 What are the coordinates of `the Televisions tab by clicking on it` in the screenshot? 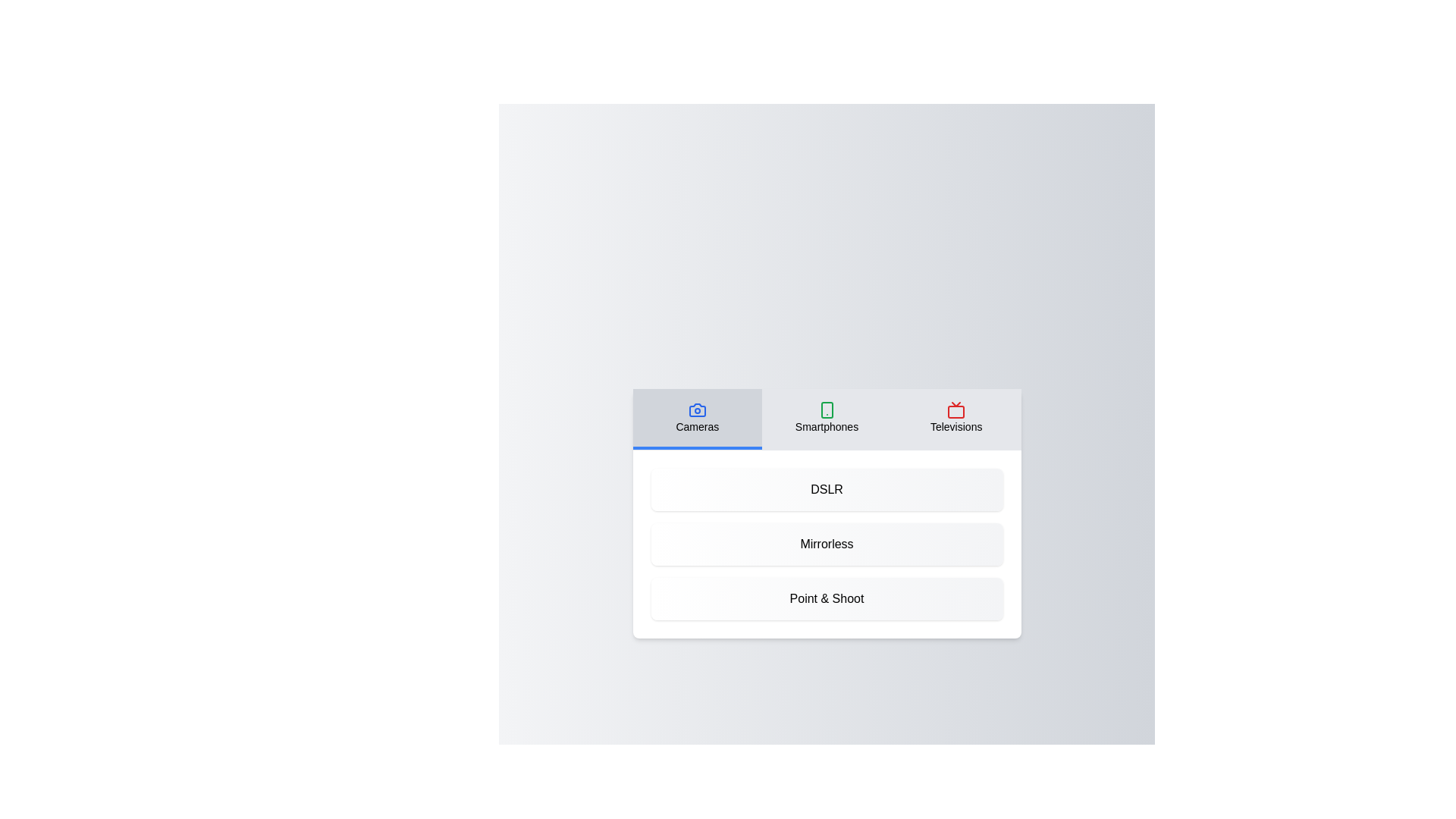 It's located at (955, 419).